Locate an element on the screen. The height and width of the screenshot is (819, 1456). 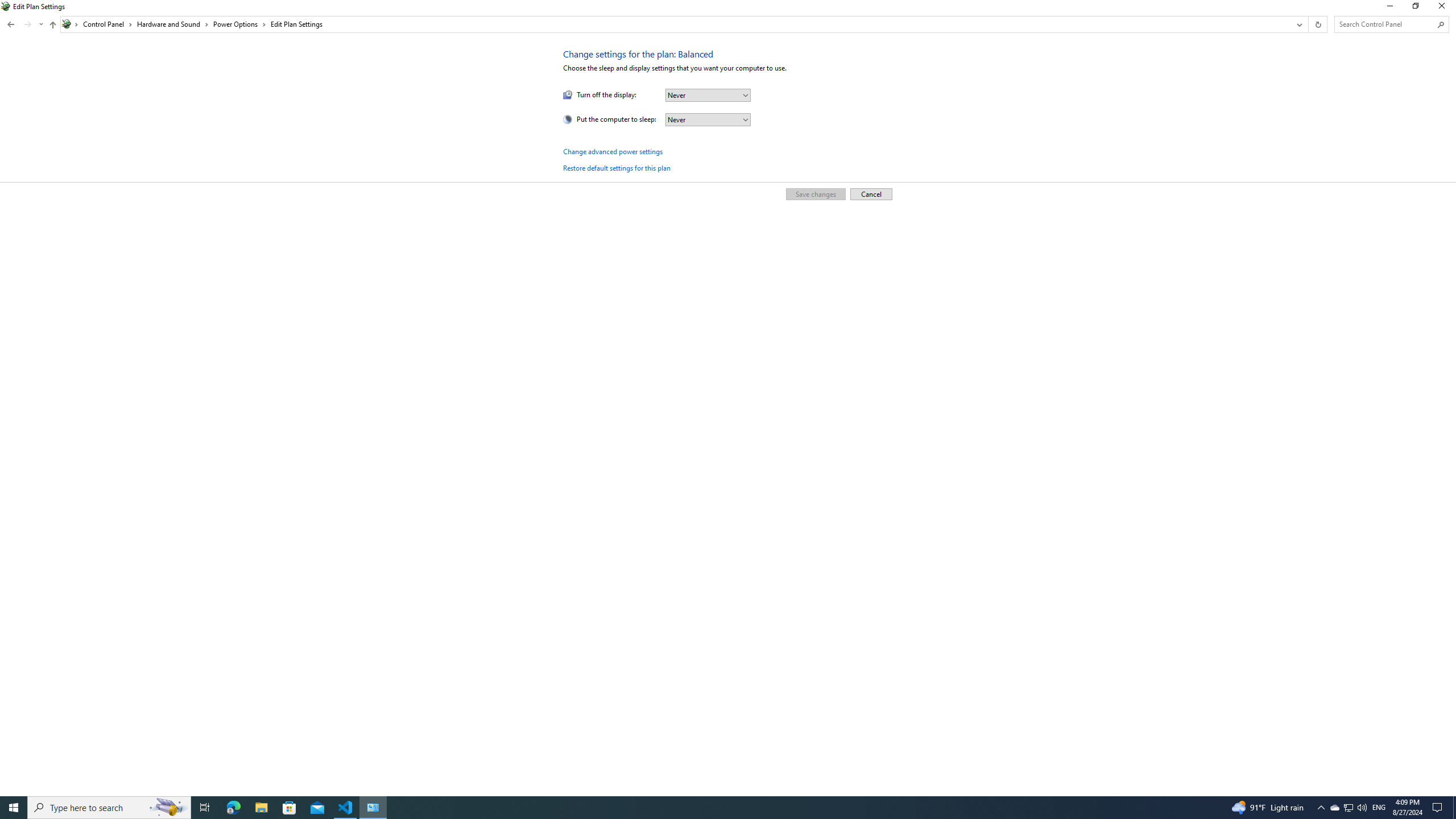
'Control Panel' is located at coordinates (107, 24).